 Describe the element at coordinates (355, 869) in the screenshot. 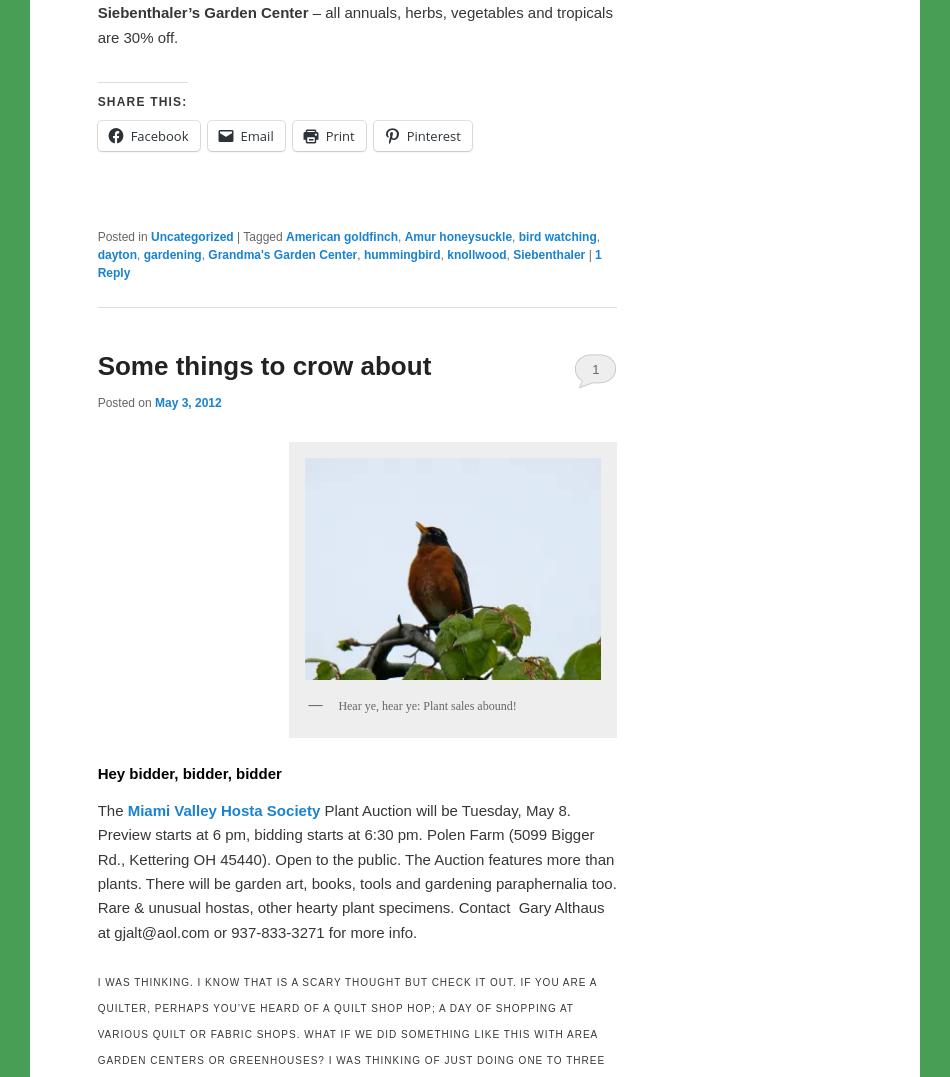

I see `'Plant Auction will be Tuesday, May 8. Preview starts at 6 pm, bidding starts at 6:30 pm. Polen Farm (5099 Bigger Rd., Kettering OH 45440). Open to the public. The Auction features more than plants. There will be garden art, books, tools and gardening paraphernalia too. Rare & unusual hostas, other hearty plant specimens. Contact  Gary Althaus at gjalt@aol.com or 937-833-3271 for more info.'` at that location.